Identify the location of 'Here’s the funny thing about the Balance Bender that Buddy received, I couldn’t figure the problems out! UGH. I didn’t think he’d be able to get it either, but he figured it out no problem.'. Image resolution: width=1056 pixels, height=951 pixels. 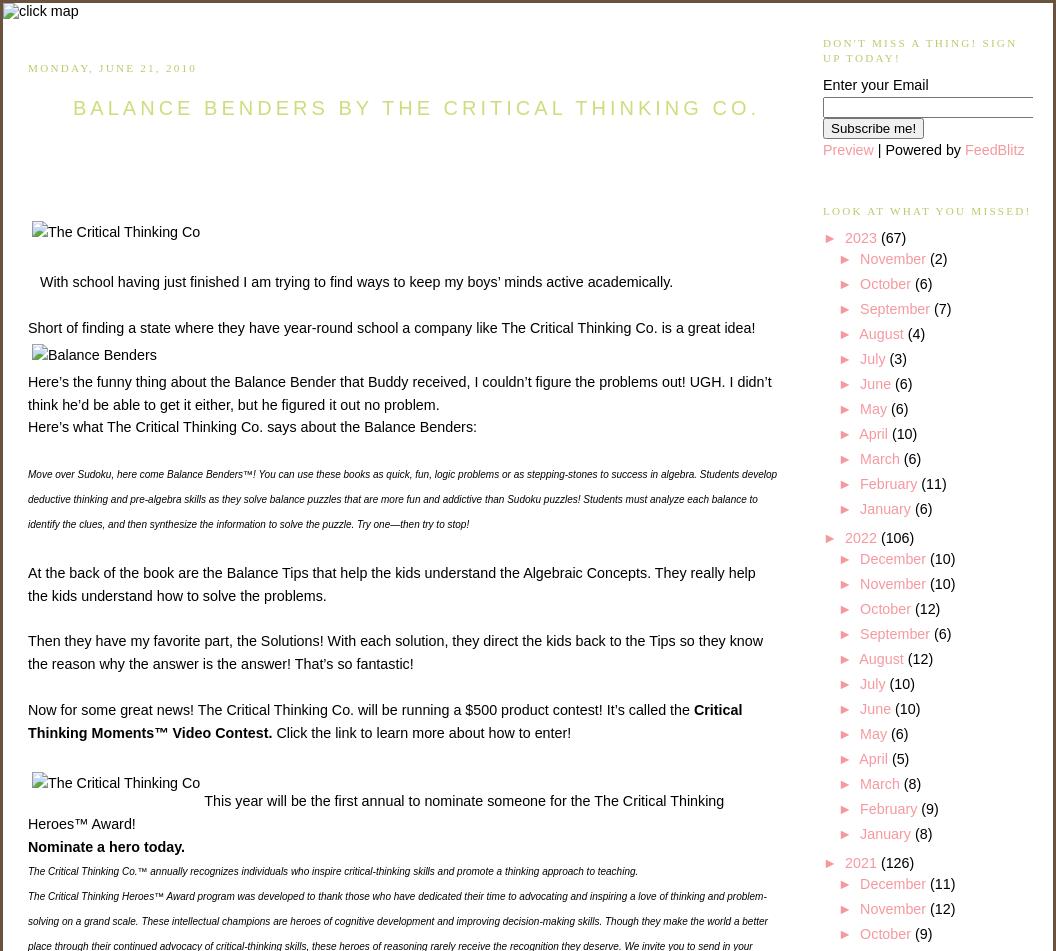
(399, 392).